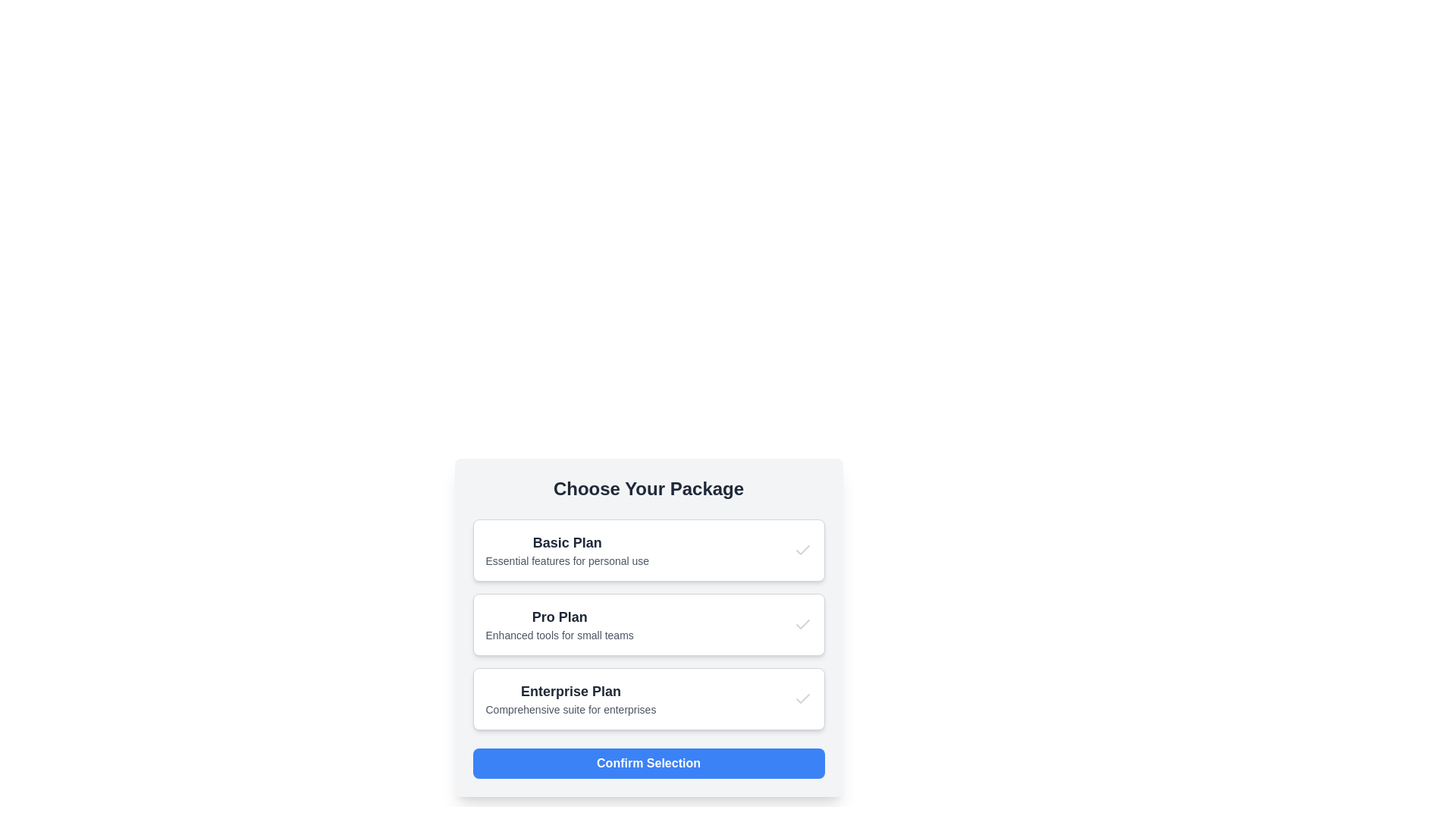 Image resolution: width=1456 pixels, height=819 pixels. What do you see at coordinates (566, 542) in the screenshot?
I see `text label that says 'Basic Plan', which is styled in a larger, bold font and is located at the top of the first card in the list of plans` at bounding box center [566, 542].